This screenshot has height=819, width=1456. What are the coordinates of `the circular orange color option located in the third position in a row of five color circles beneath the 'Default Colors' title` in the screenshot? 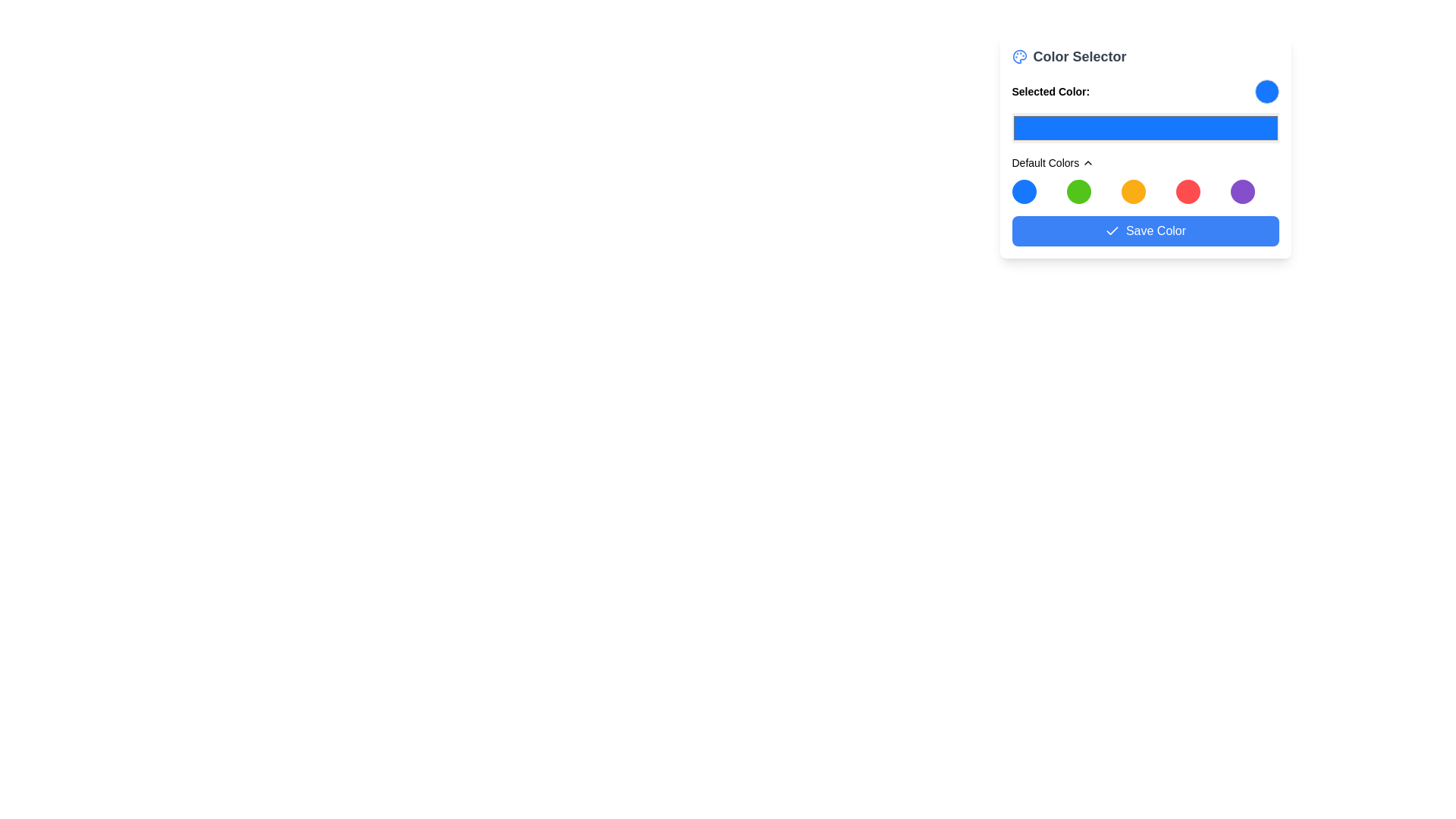 It's located at (1133, 191).